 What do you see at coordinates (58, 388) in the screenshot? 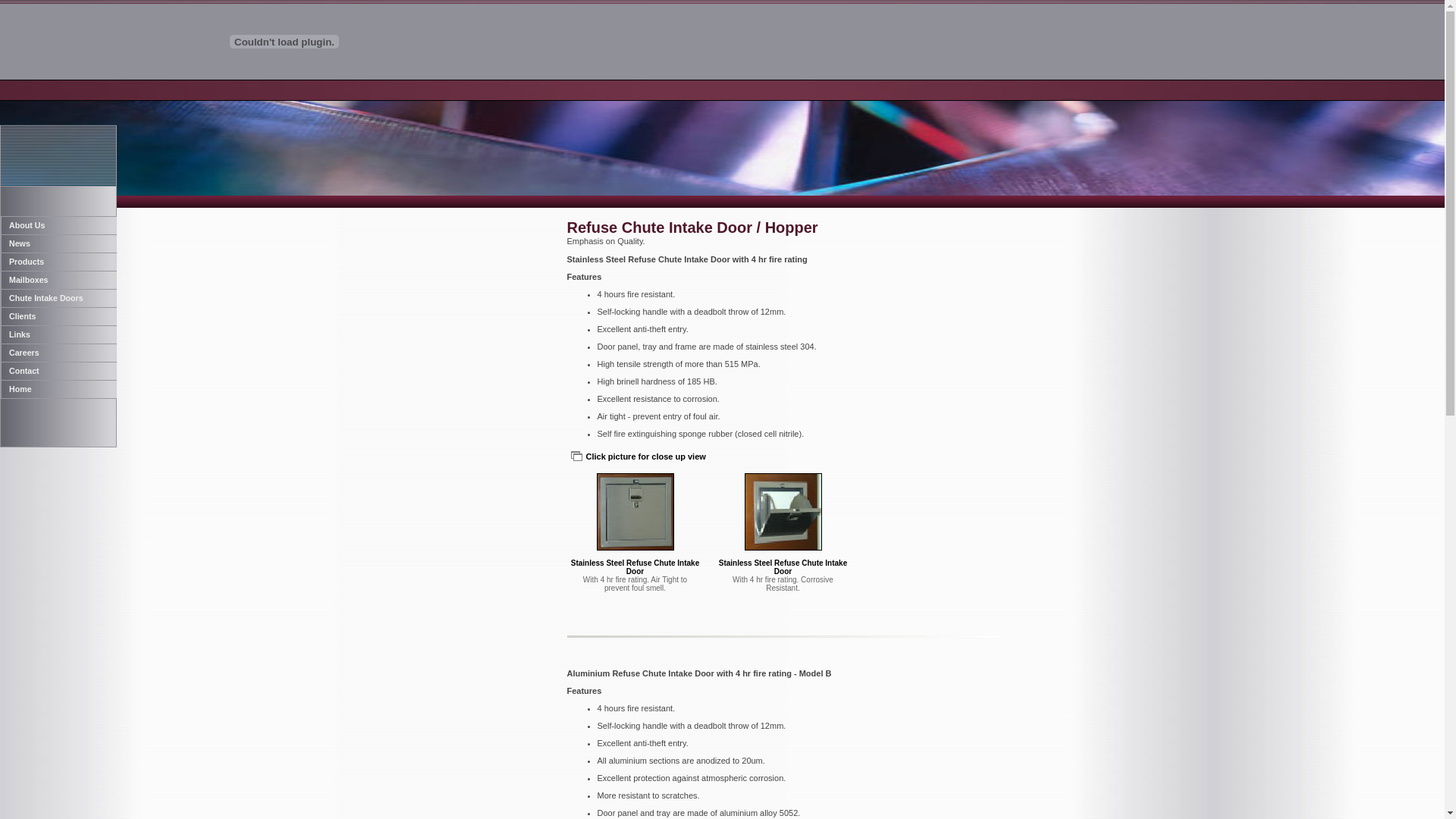
I see `'Home'` at bounding box center [58, 388].